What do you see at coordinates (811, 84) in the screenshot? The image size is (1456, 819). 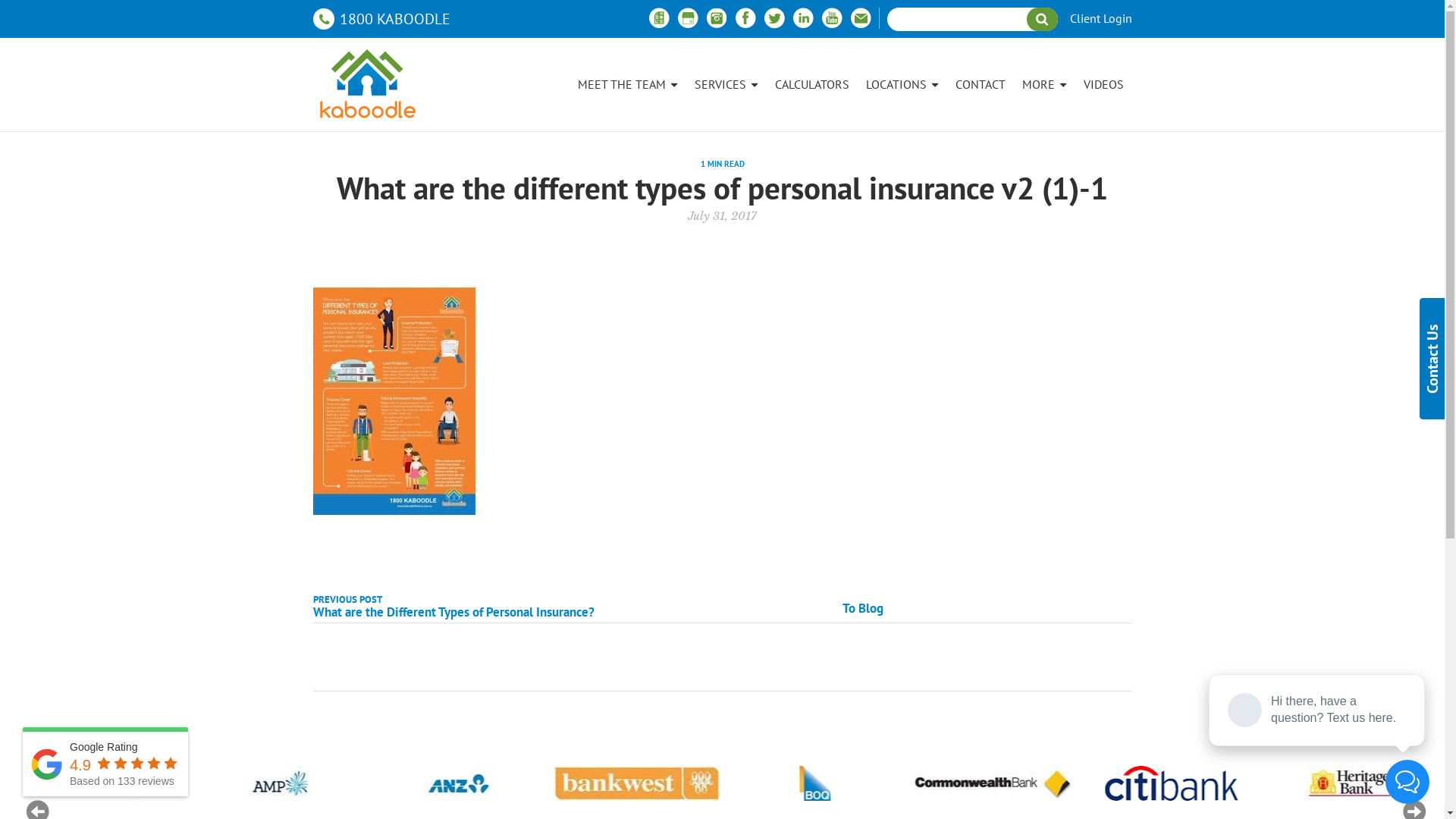 I see `'CALCULATORS'` at bounding box center [811, 84].